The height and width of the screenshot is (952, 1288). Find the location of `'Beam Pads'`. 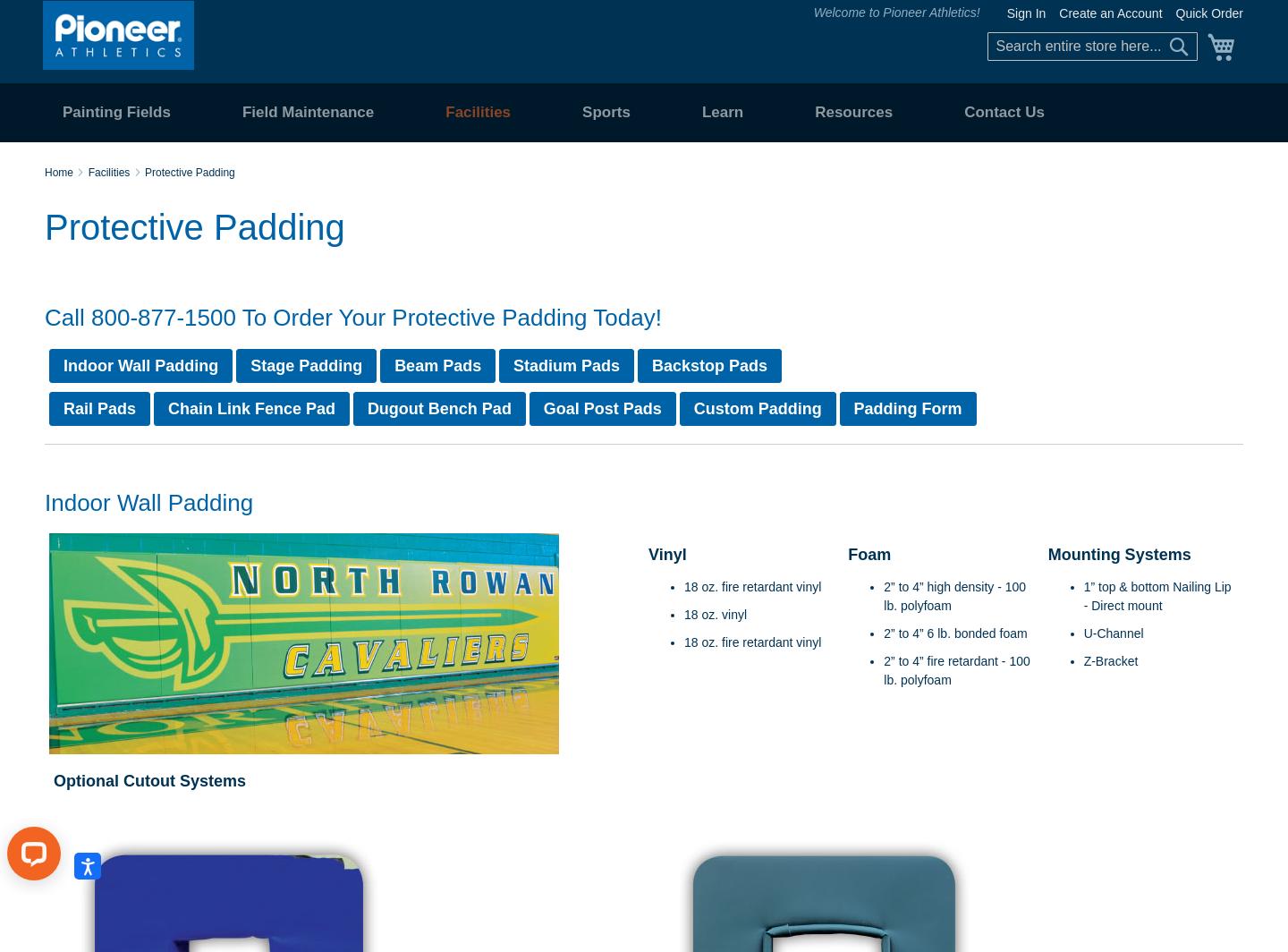

'Beam Pads' is located at coordinates (436, 365).